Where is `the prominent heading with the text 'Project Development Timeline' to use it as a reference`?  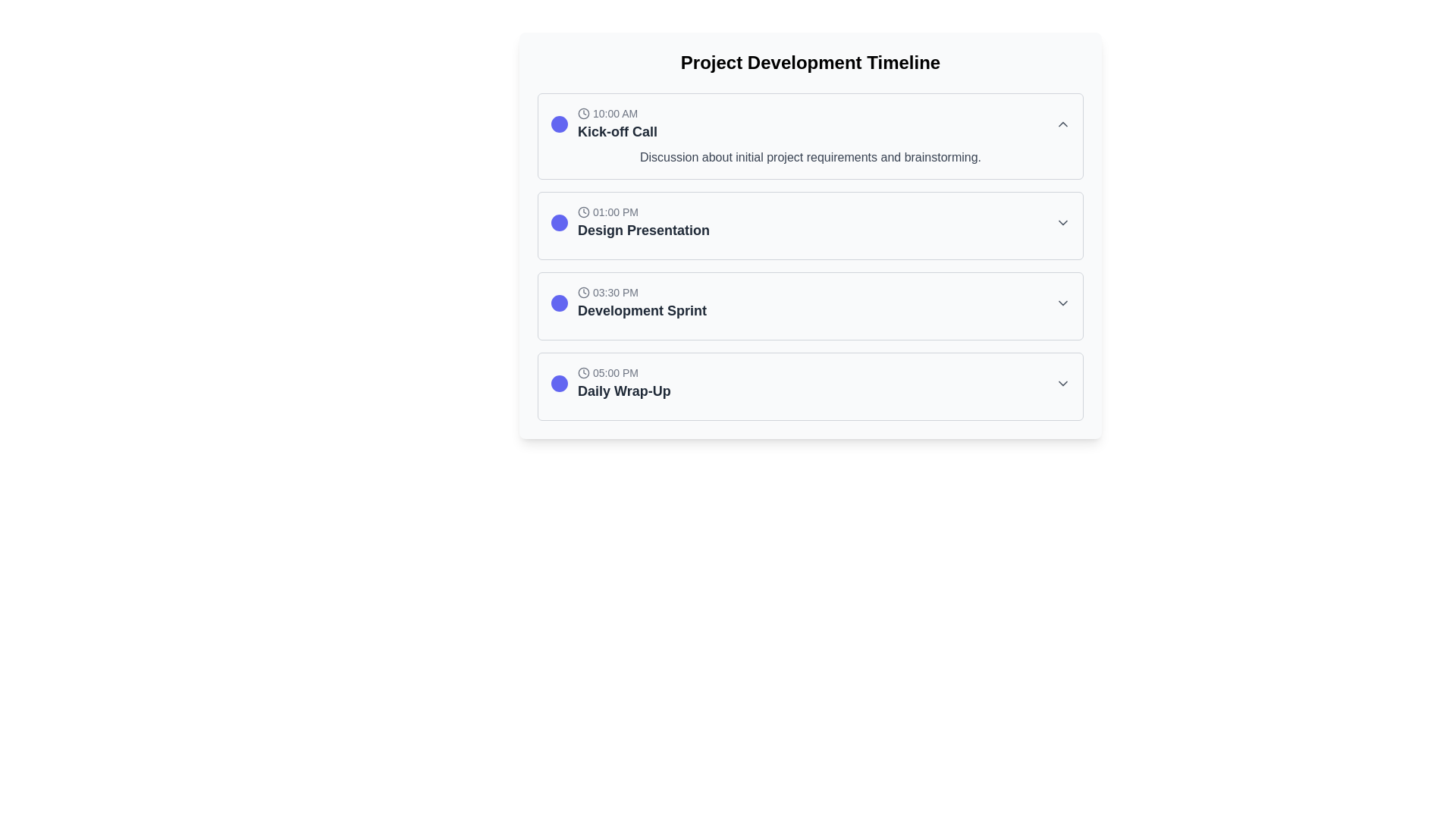 the prominent heading with the text 'Project Development Timeline' to use it as a reference is located at coordinates (810, 62).